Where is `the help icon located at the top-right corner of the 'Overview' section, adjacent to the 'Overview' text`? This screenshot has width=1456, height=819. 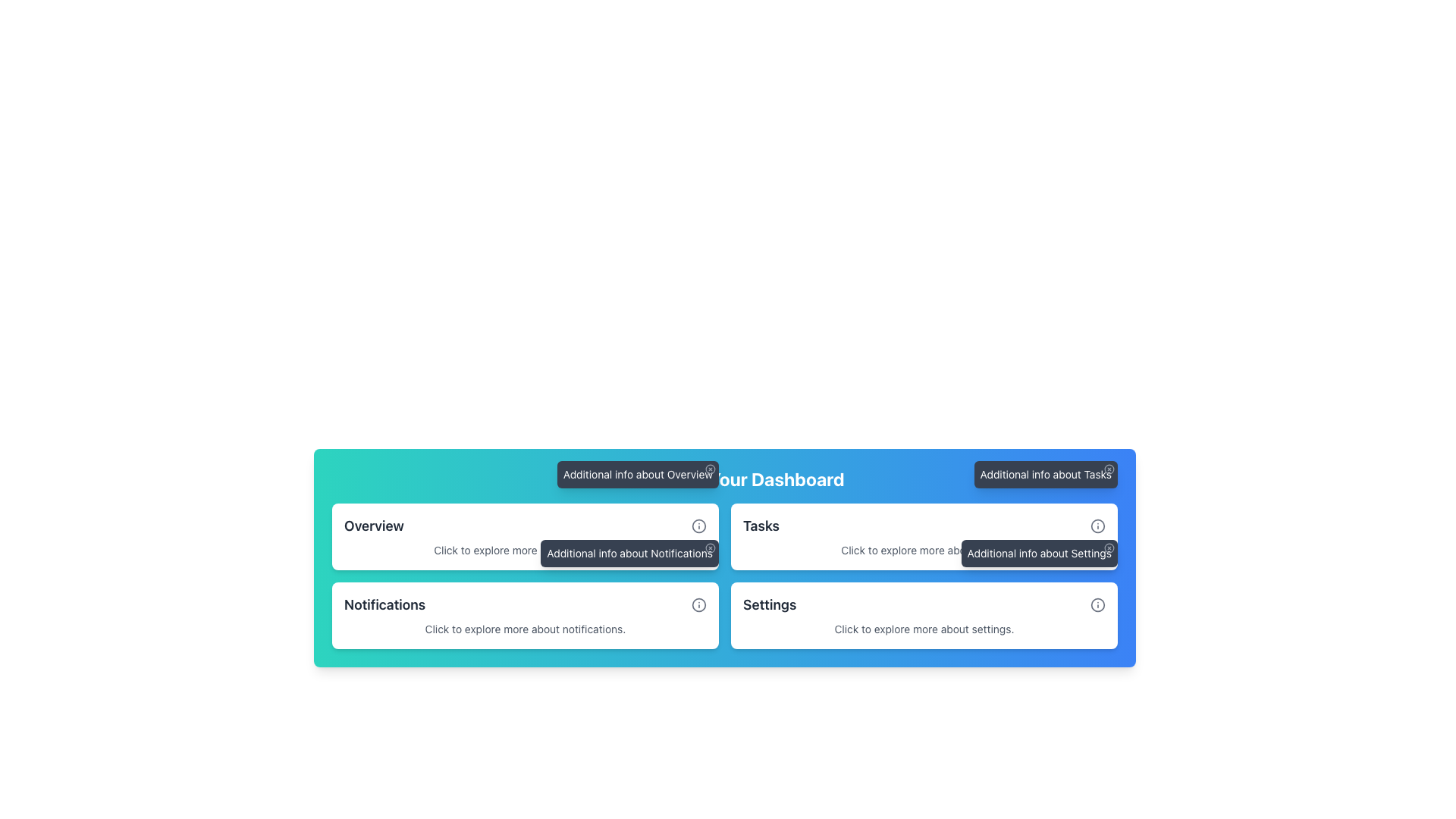
the help icon located at the top-right corner of the 'Overview' section, adjacent to the 'Overview' text is located at coordinates (698, 526).